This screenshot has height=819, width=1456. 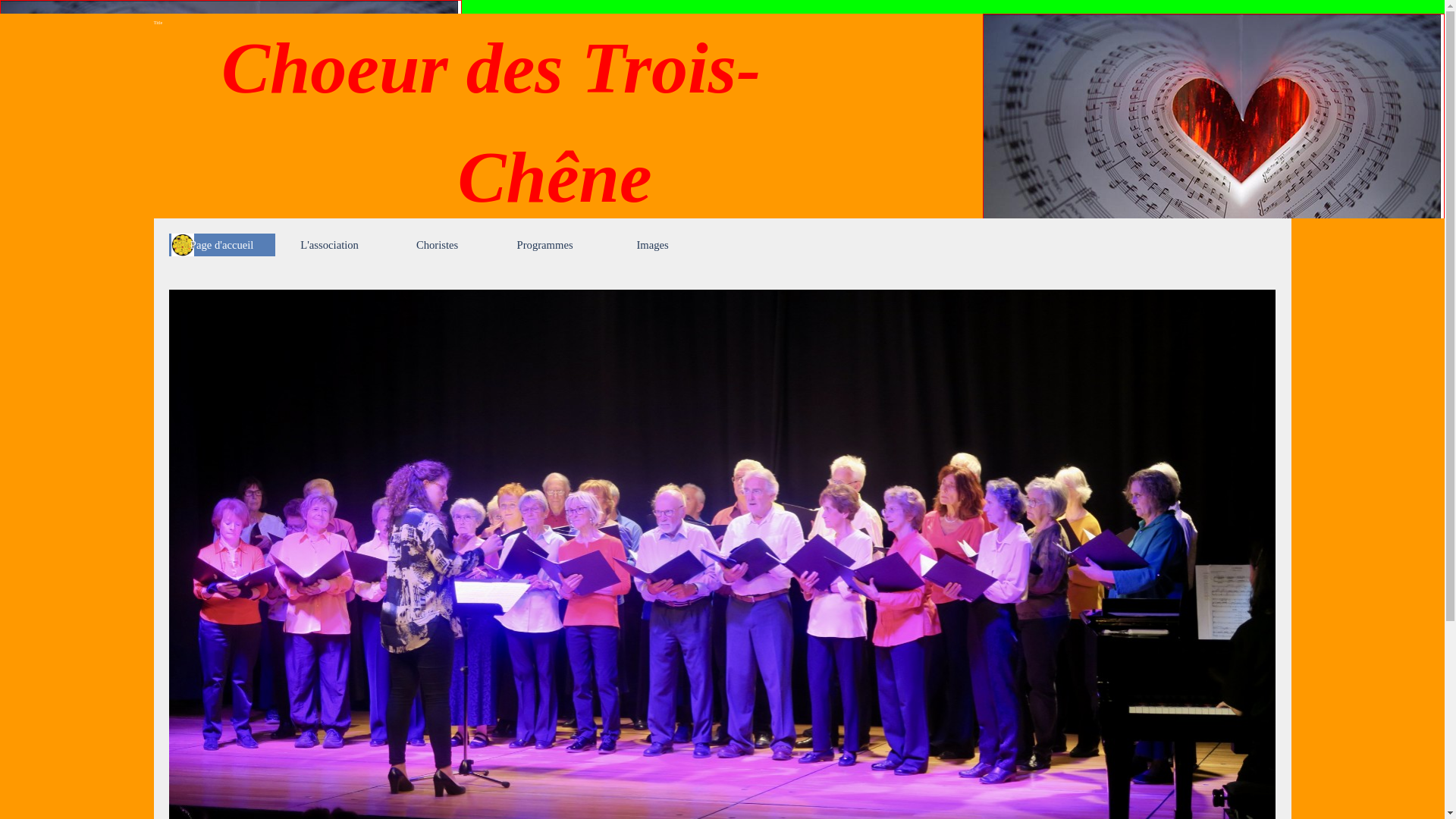 What do you see at coordinates (221, 244) in the screenshot?
I see `'Page d'accueil'` at bounding box center [221, 244].